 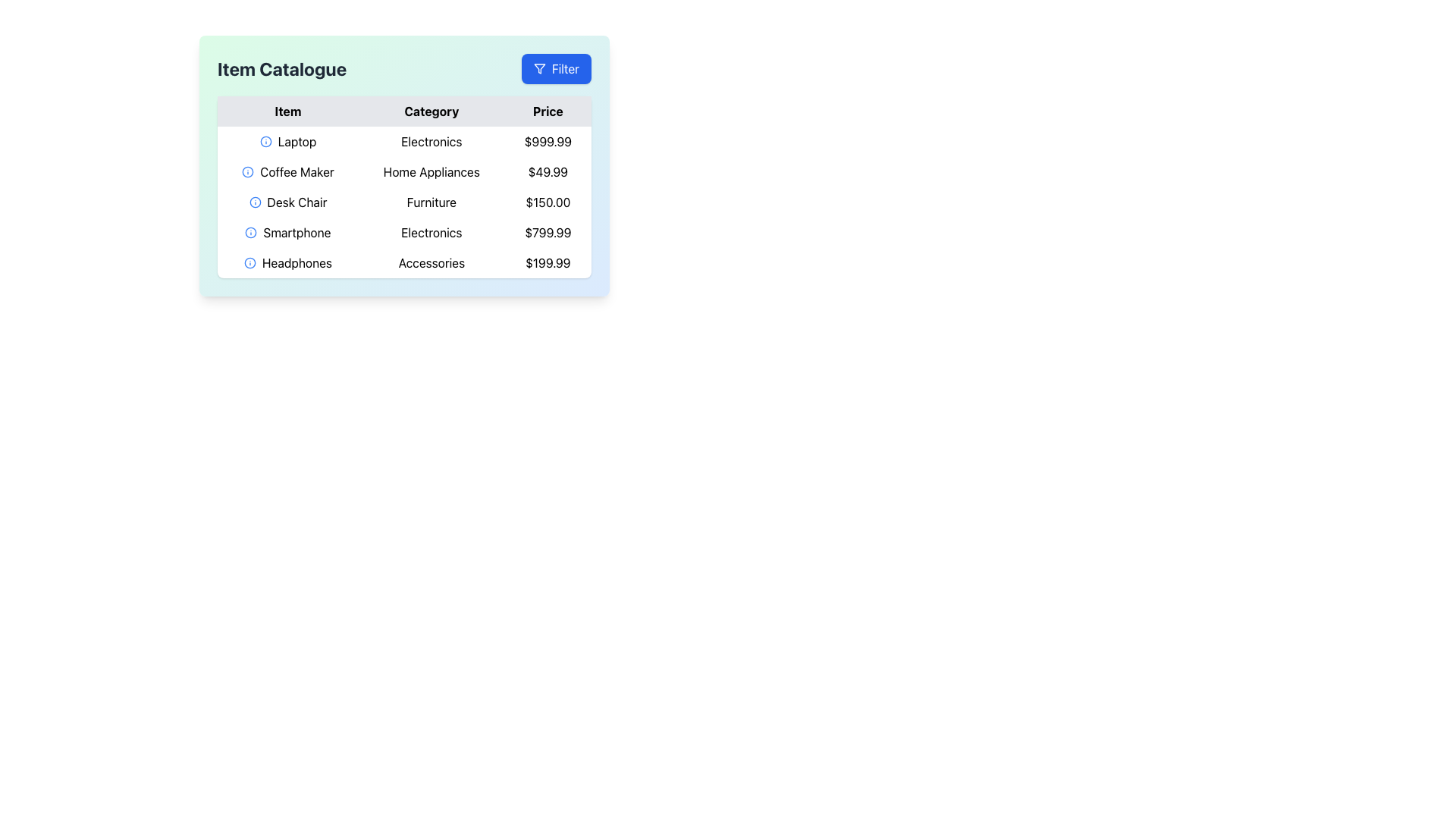 I want to click on text from the Text Label indicating the category 'Smartphone' located in the second column of the fourth row of the table, so click(x=431, y=233).